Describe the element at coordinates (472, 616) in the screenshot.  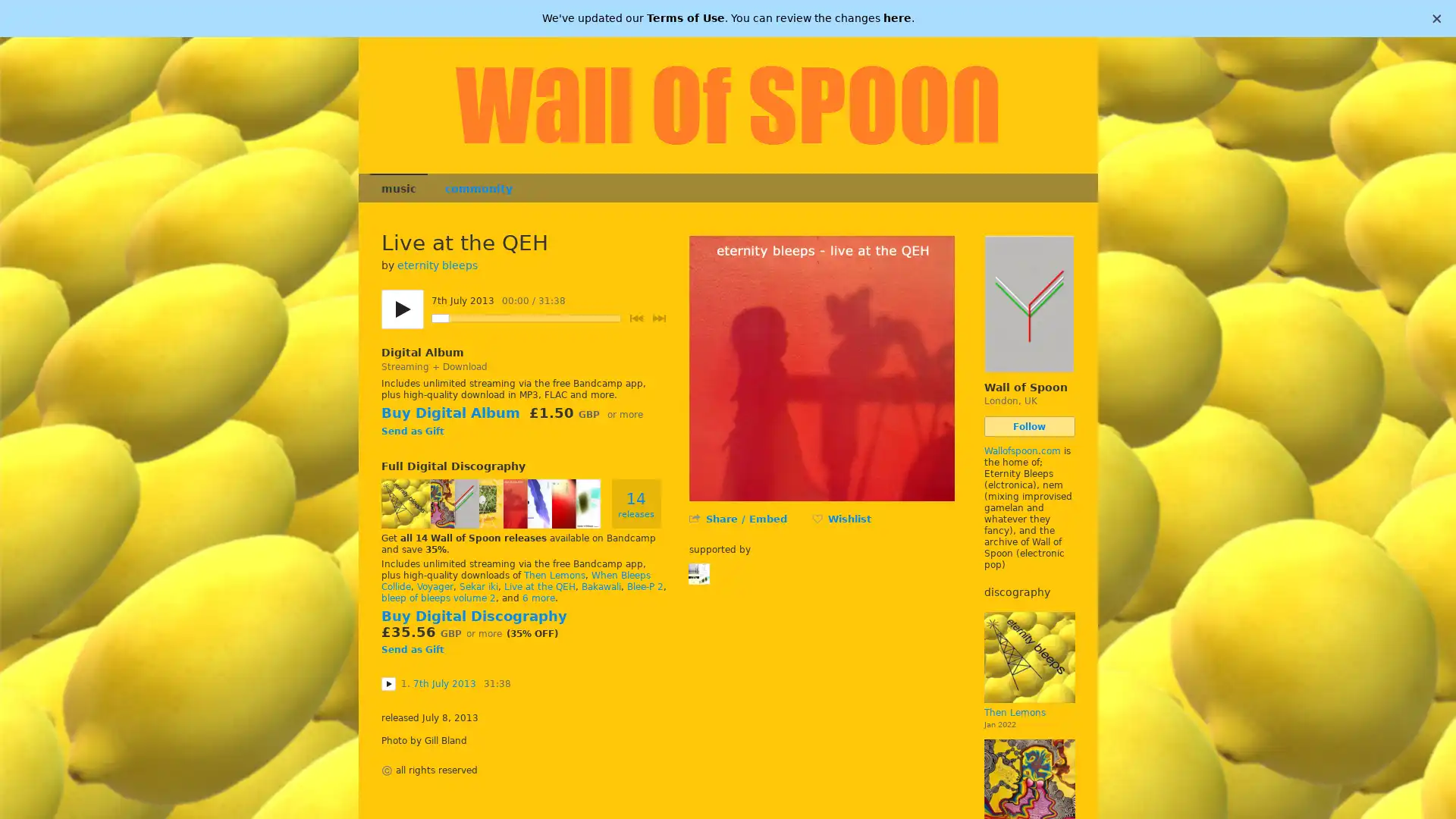
I see `Buy Digital Discography` at that location.